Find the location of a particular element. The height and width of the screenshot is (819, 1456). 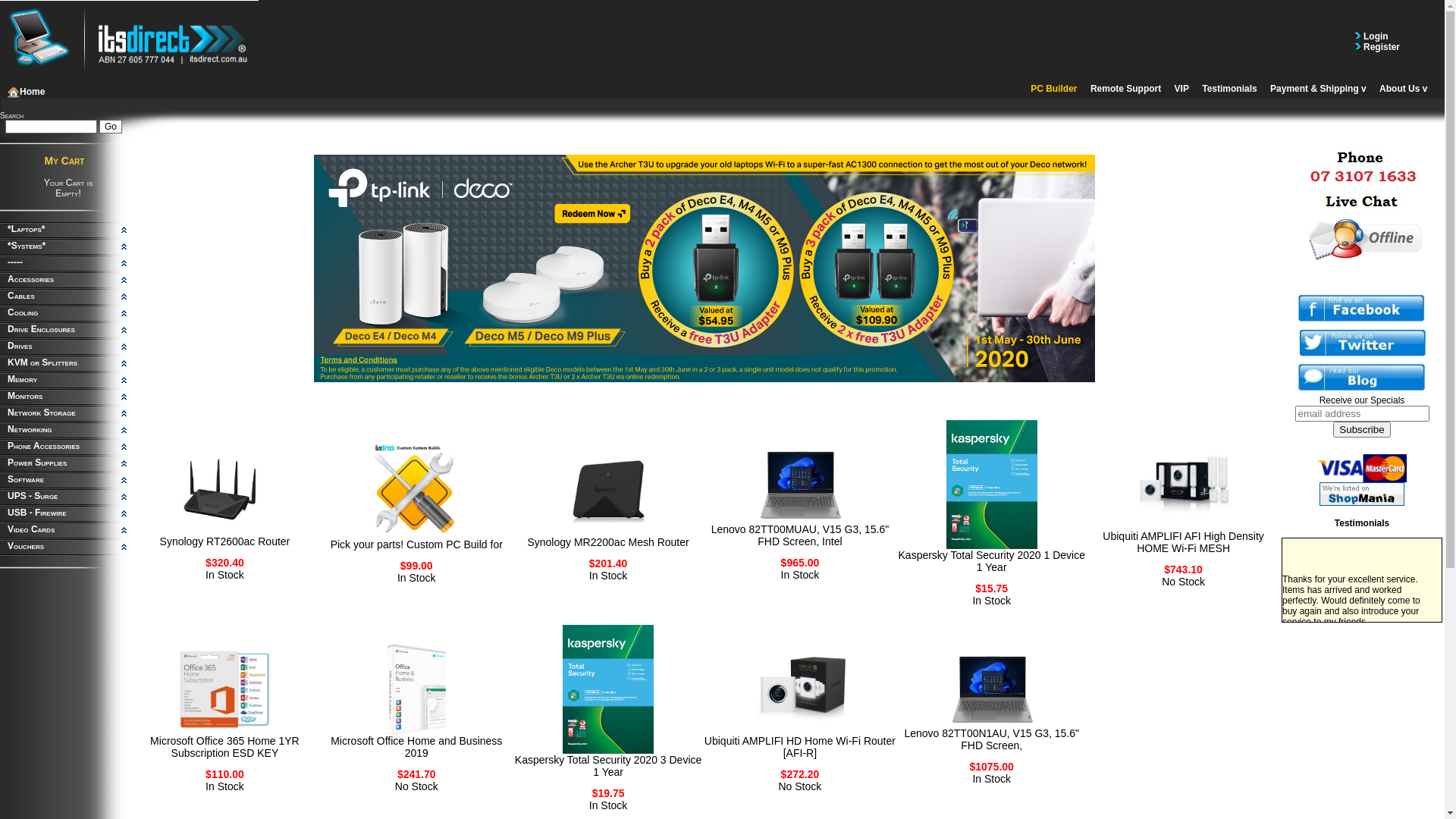

'Register' is located at coordinates (1380, 45).